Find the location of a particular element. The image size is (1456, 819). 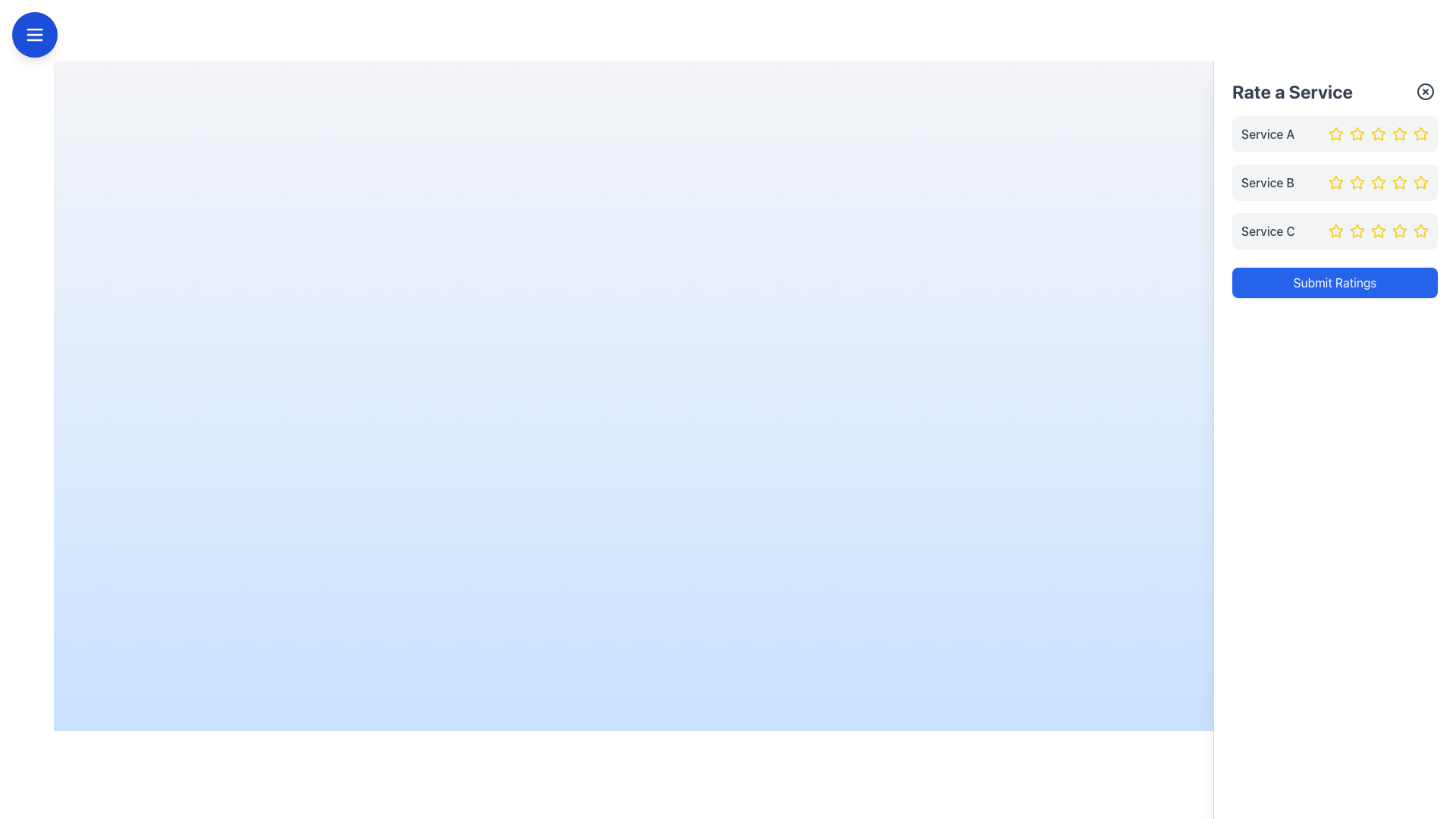

the fifth star-shaped icon with yellow borders and a hollow center is located at coordinates (1419, 231).